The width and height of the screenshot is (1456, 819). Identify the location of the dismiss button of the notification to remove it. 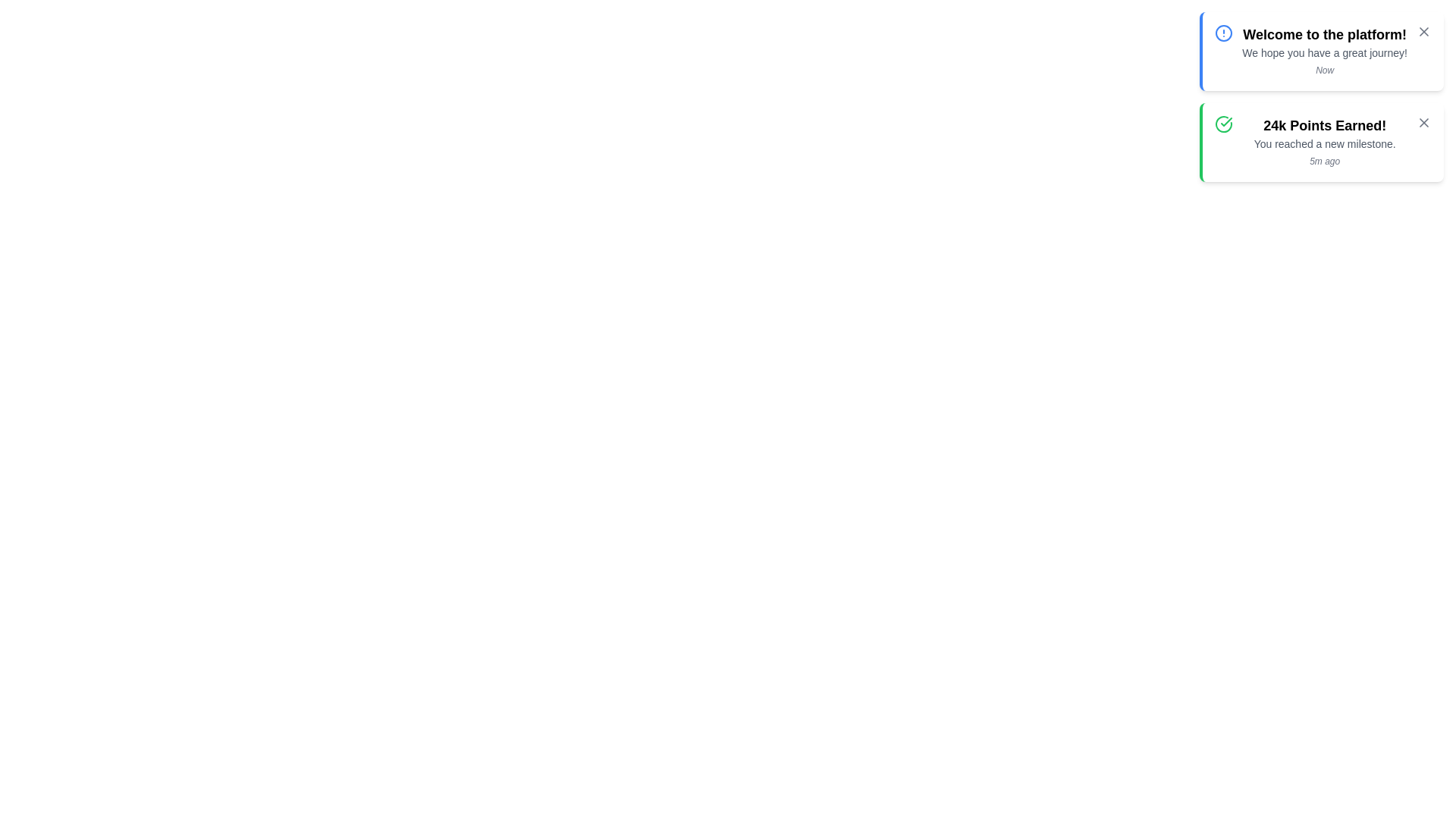
(1423, 32).